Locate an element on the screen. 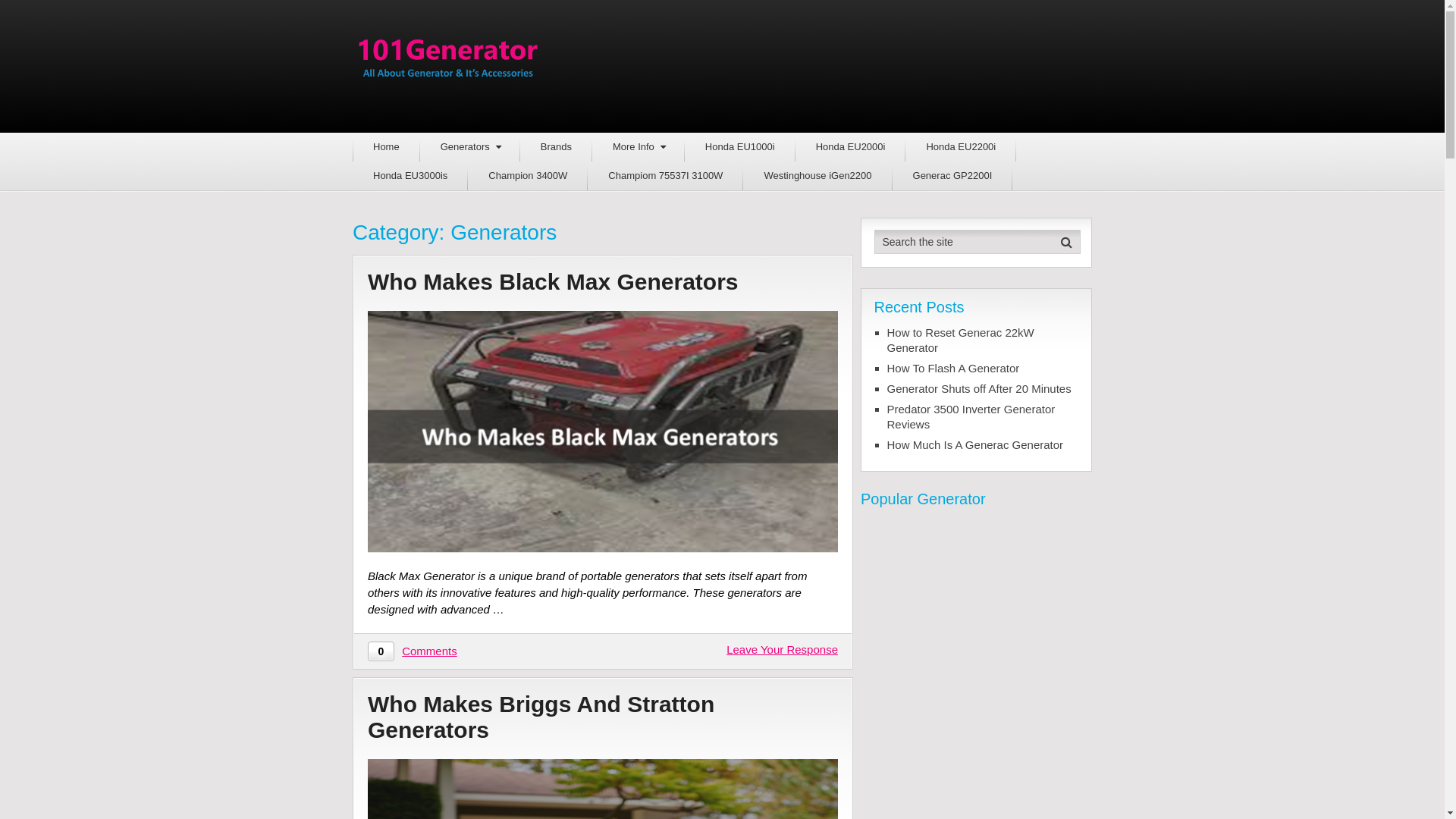 Image resolution: width=1456 pixels, height=819 pixels. 'How to Reset Generac 22kW Generator' is located at coordinates (983, 339).